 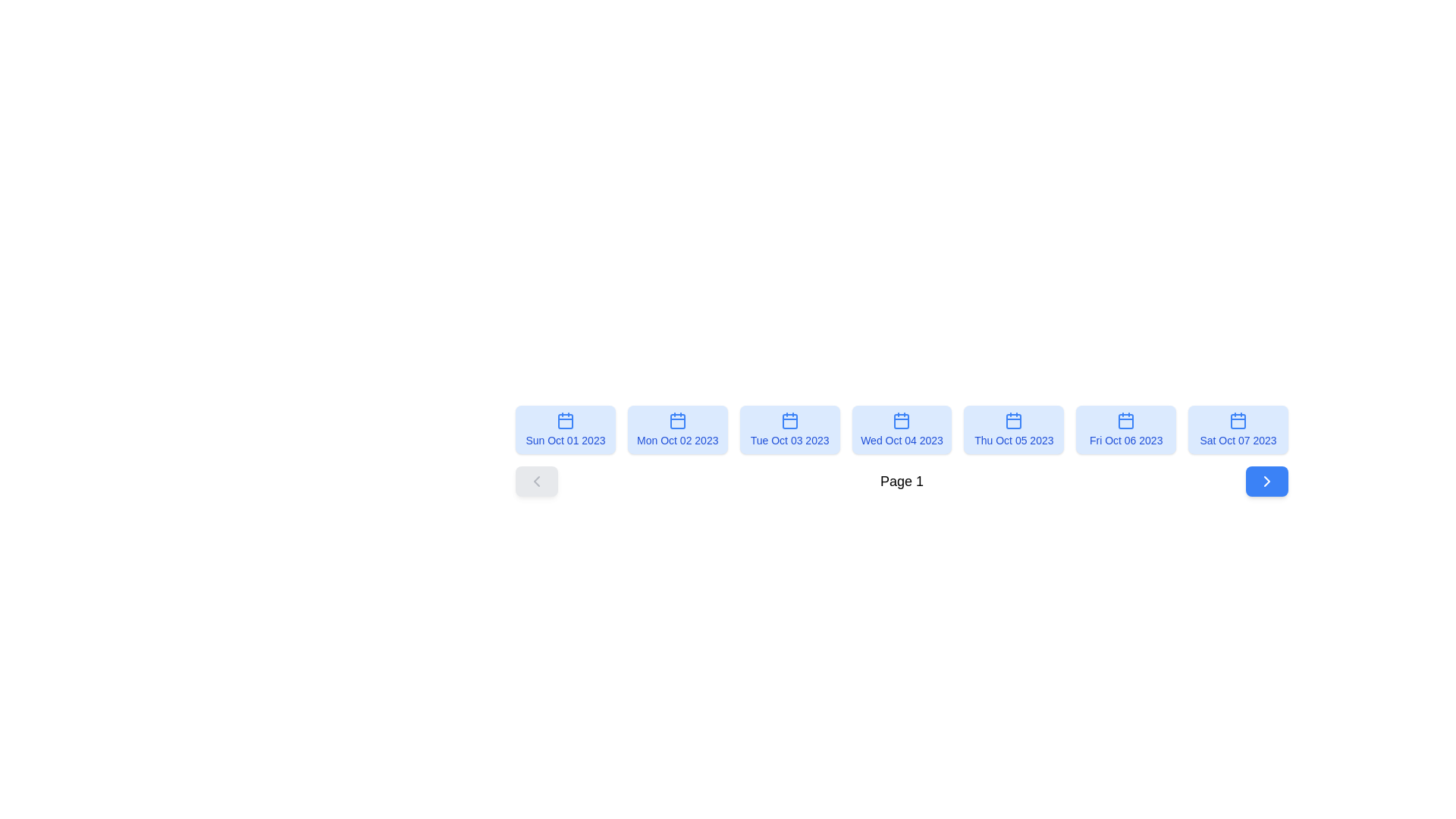 I want to click on the main body of the calendar icon within the date selector button, so click(x=676, y=421).